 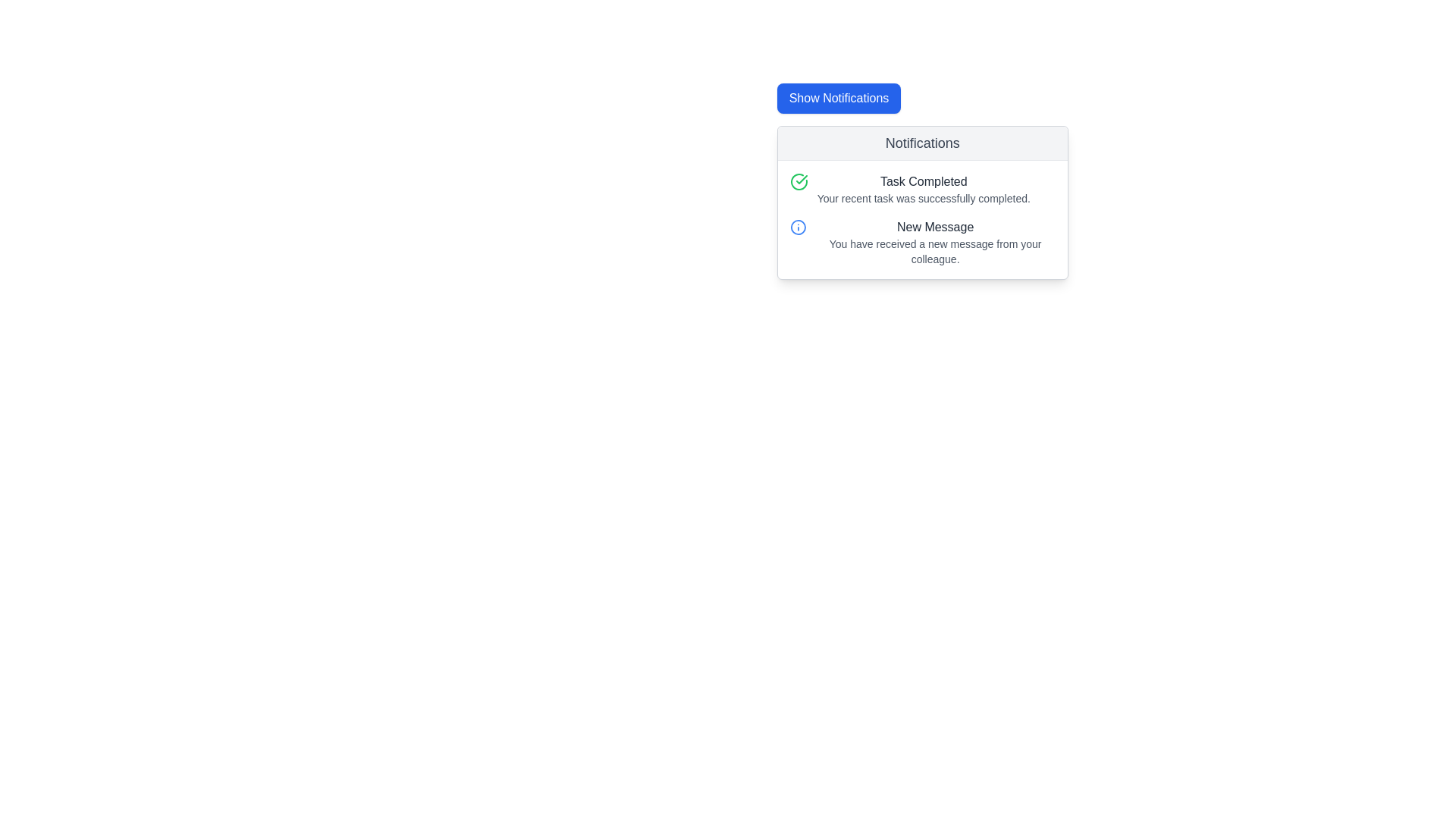 What do you see at coordinates (921, 143) in the screenshot?
I see `the header section of the notification panel, which indicates the purpose of the panel content below and is positioned directly below the 'Show Notifications' button` at bounding box center [921, 143].